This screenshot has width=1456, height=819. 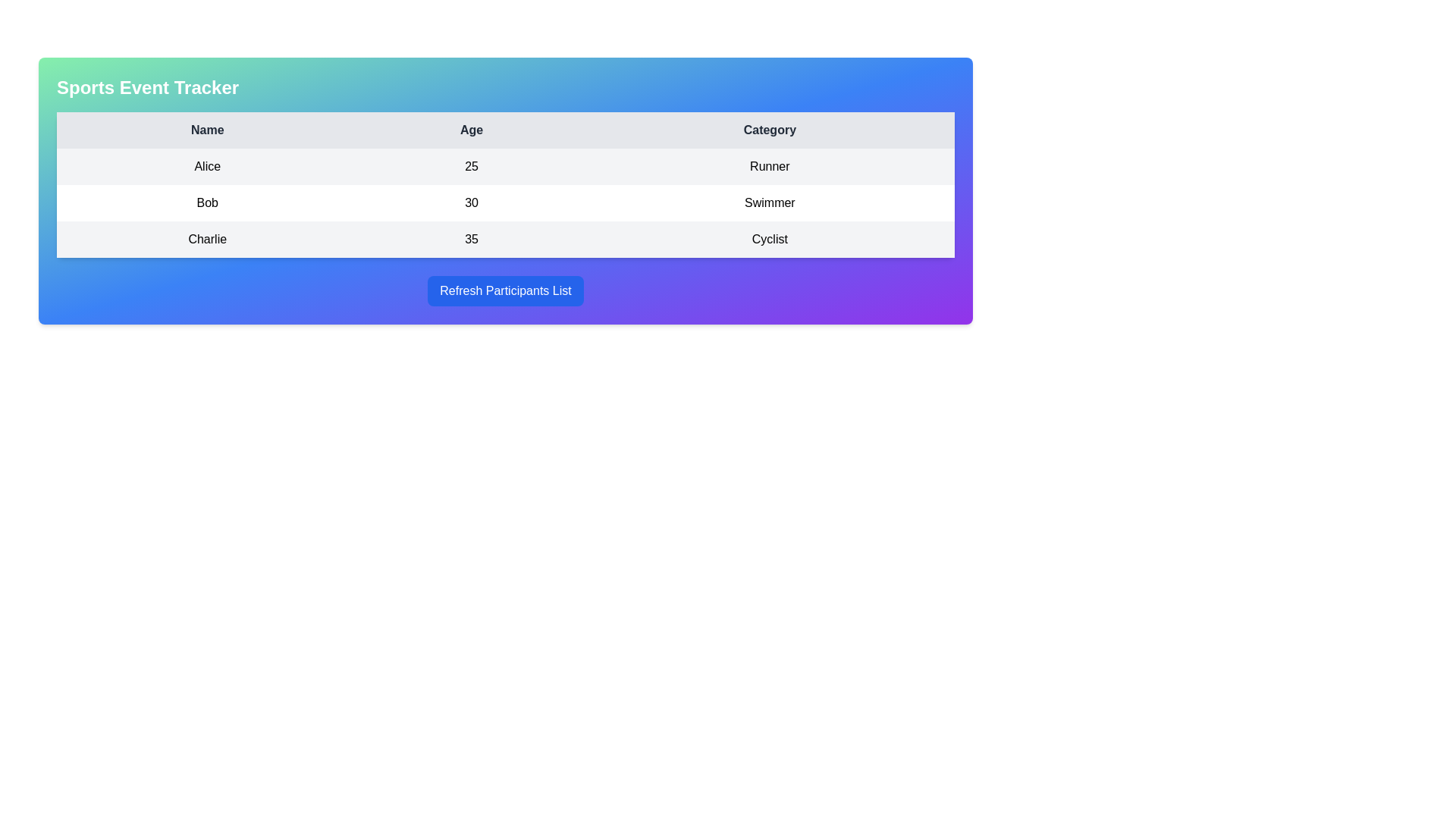 What do you see at coordinates (206, 239) in the screenshot?
I see `the text element containing 'Charlie' located in the first column of the third row in the table` at bounding box center [206, 239].